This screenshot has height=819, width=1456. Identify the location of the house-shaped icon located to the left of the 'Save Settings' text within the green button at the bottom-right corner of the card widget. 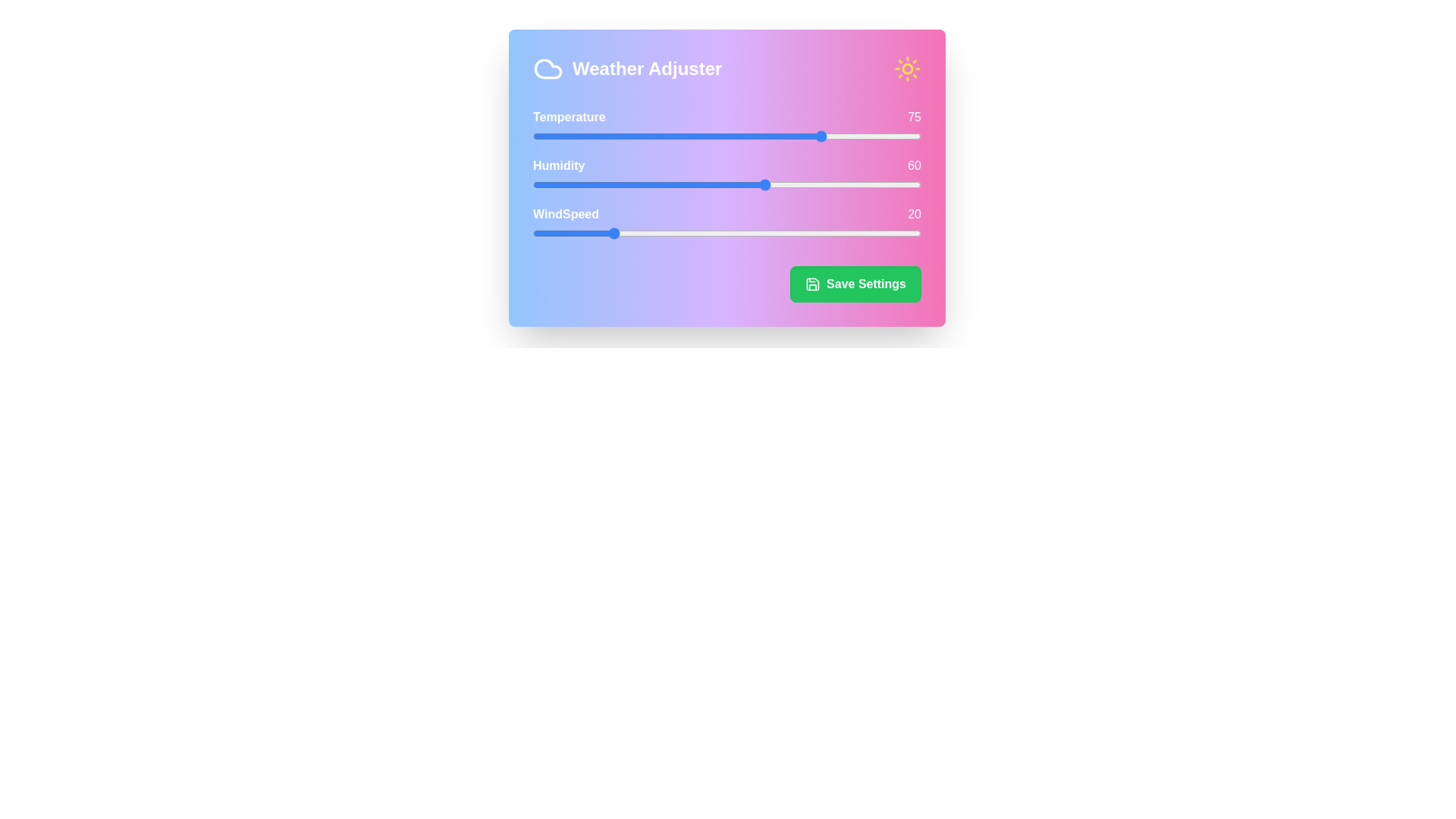
(812, 284).